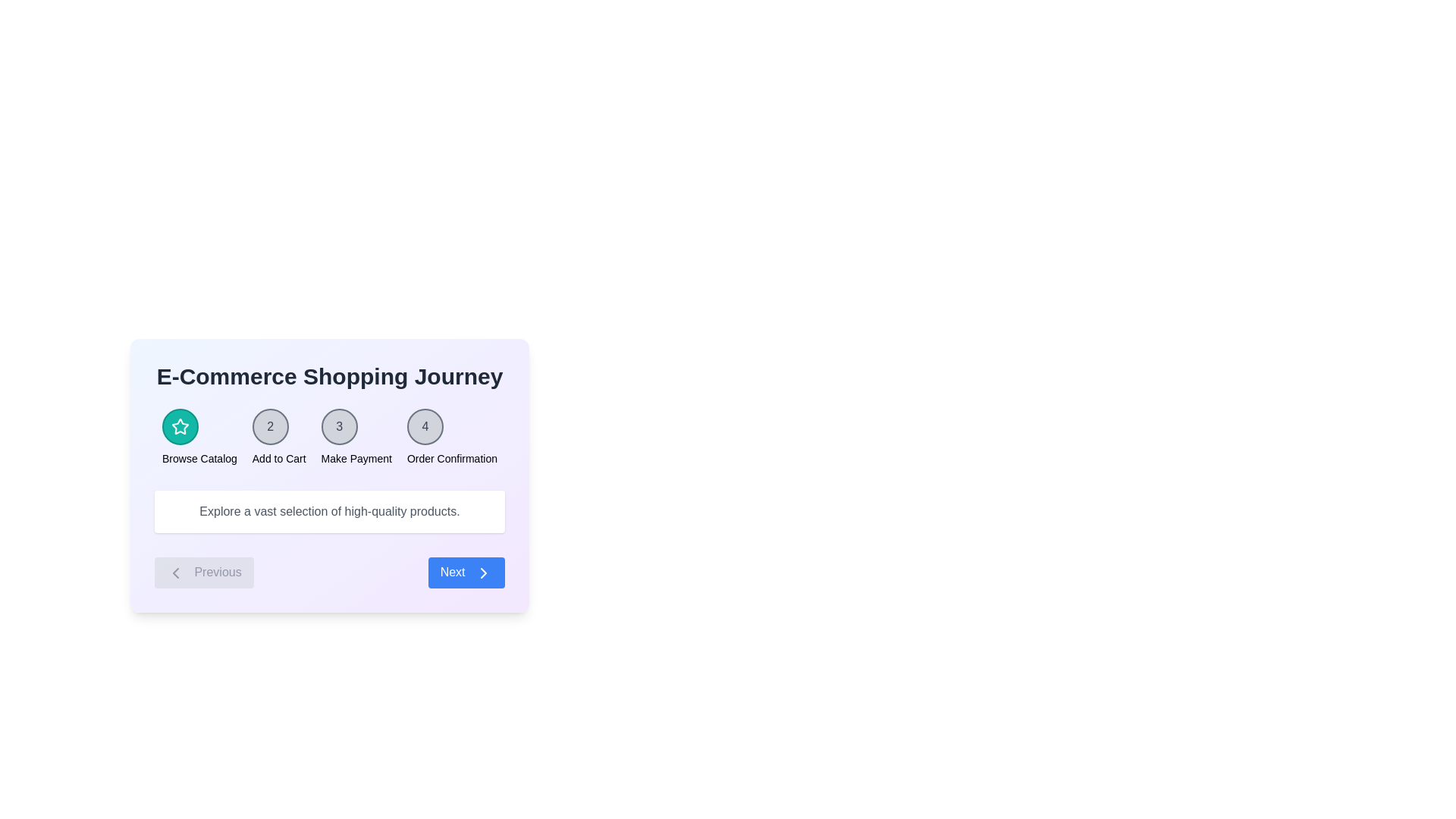 This screenshot has height=819, width=1456. Describe the element at coordinates (451, 458) in the screenshot. I see `the text label displaying 'Order Confirmation', which is styled in a medium-sized font and positioned below a circular icon with the number '4' in a progress tracker` at that location.